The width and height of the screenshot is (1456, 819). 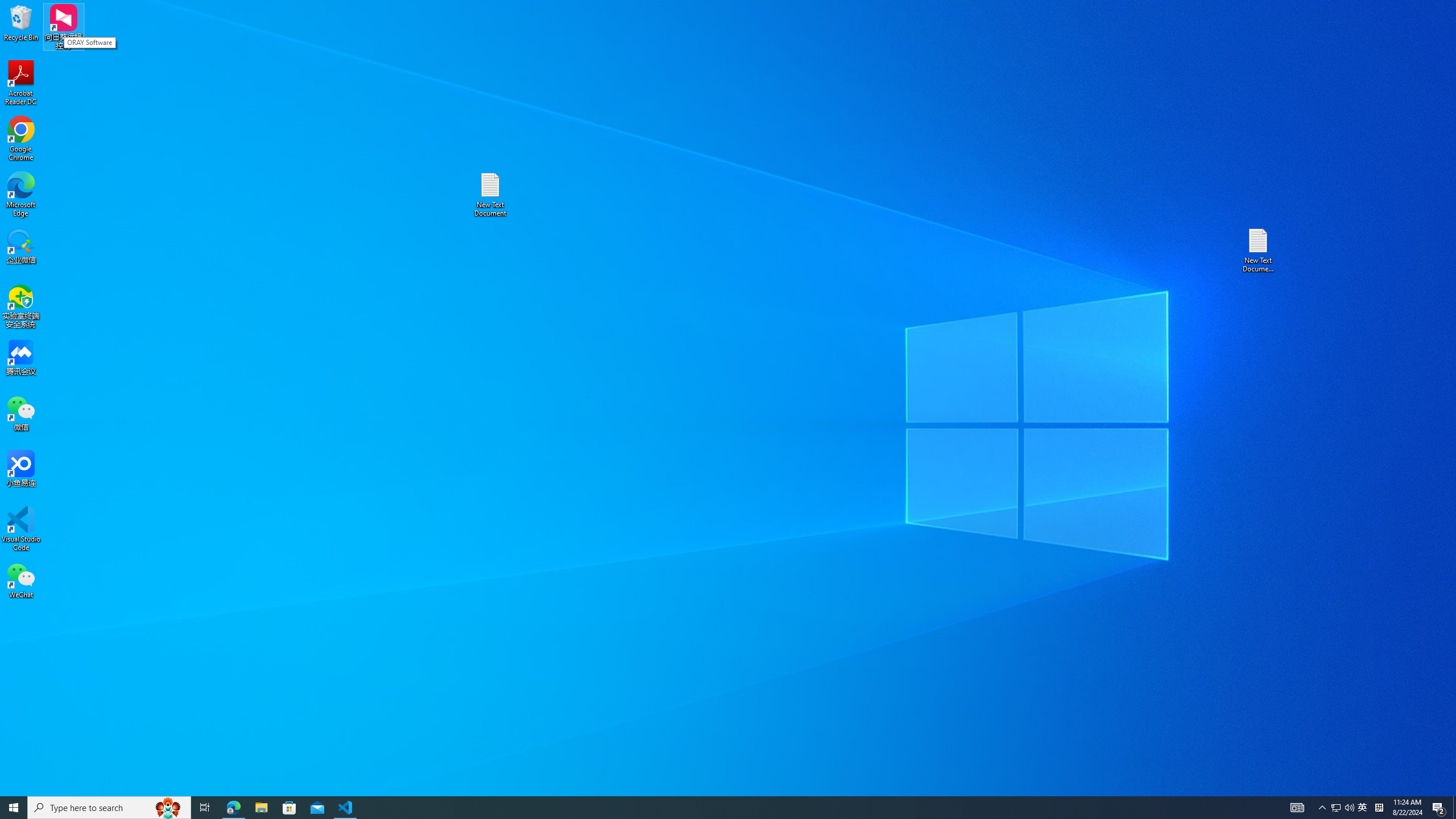 What do you see at coordinates (489, 194) in the screenshot?
I see `'New Text Document'` at bounding box center [489, 194].